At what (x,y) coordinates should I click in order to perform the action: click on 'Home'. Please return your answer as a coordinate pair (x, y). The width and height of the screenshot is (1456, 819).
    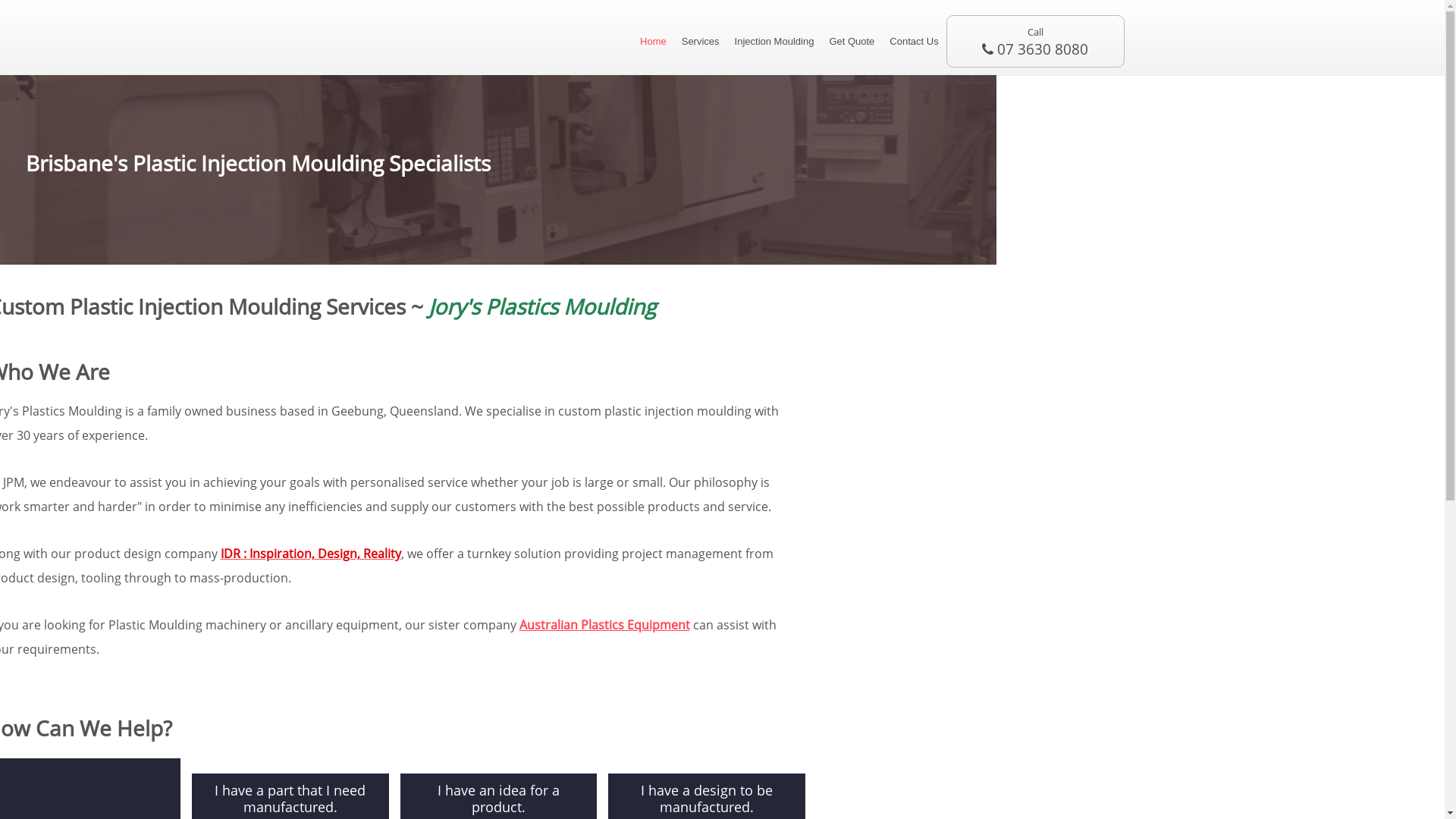
    Looking at the image, I should click on (640, 40).